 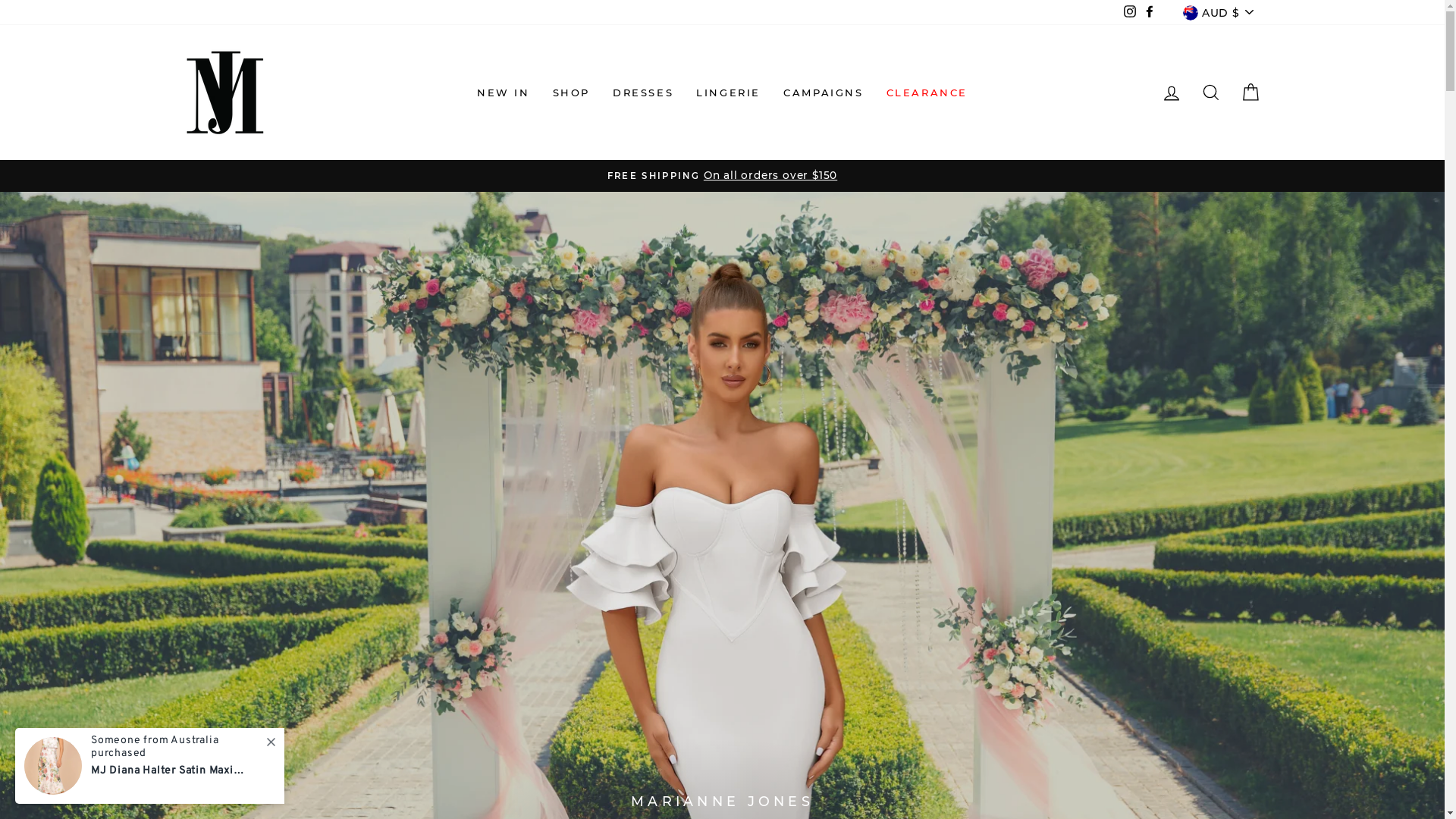 I want to click on 'CART', so click(x=1249, y=93).